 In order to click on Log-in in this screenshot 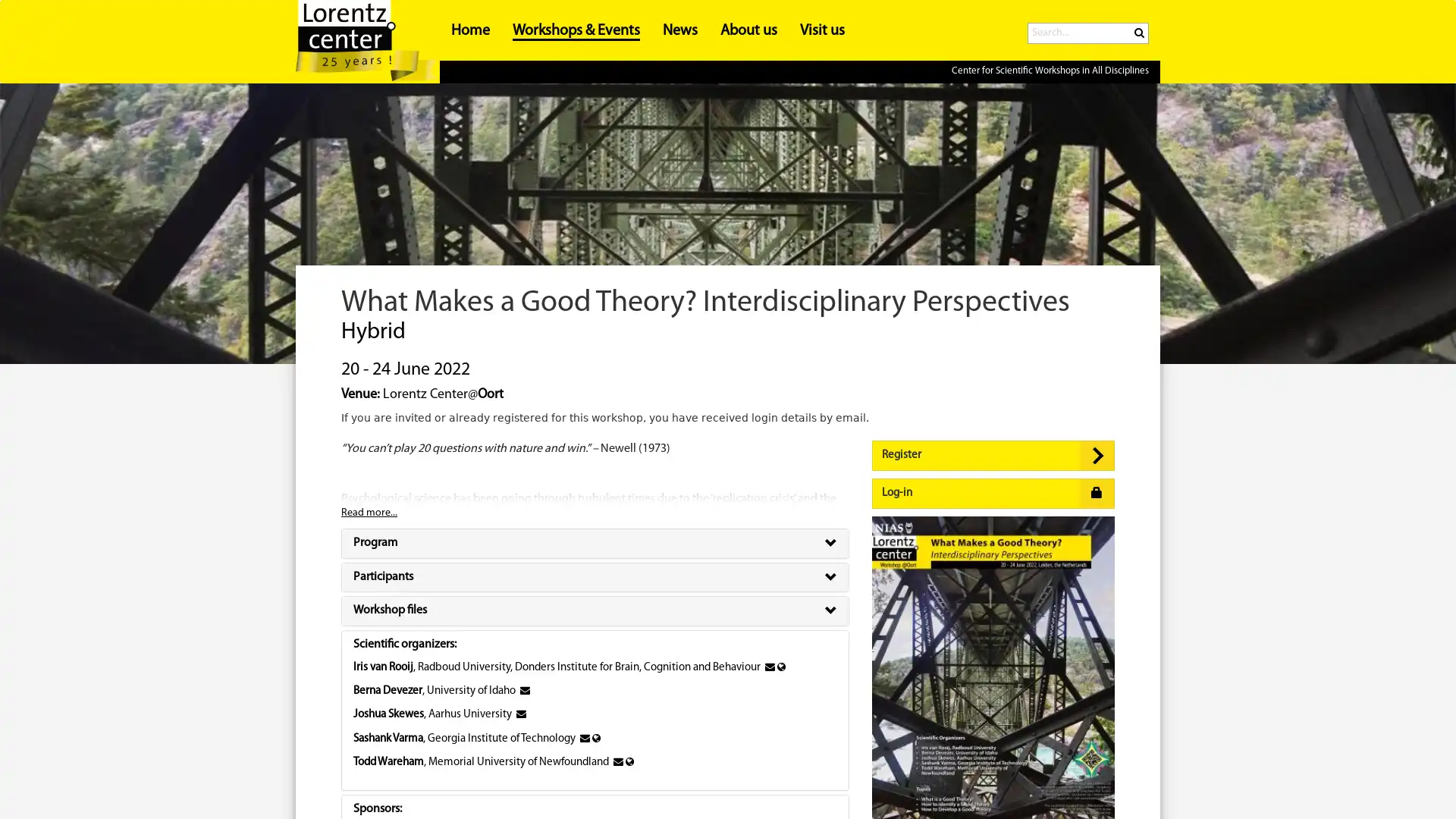, I will do `click(993, 494)`.